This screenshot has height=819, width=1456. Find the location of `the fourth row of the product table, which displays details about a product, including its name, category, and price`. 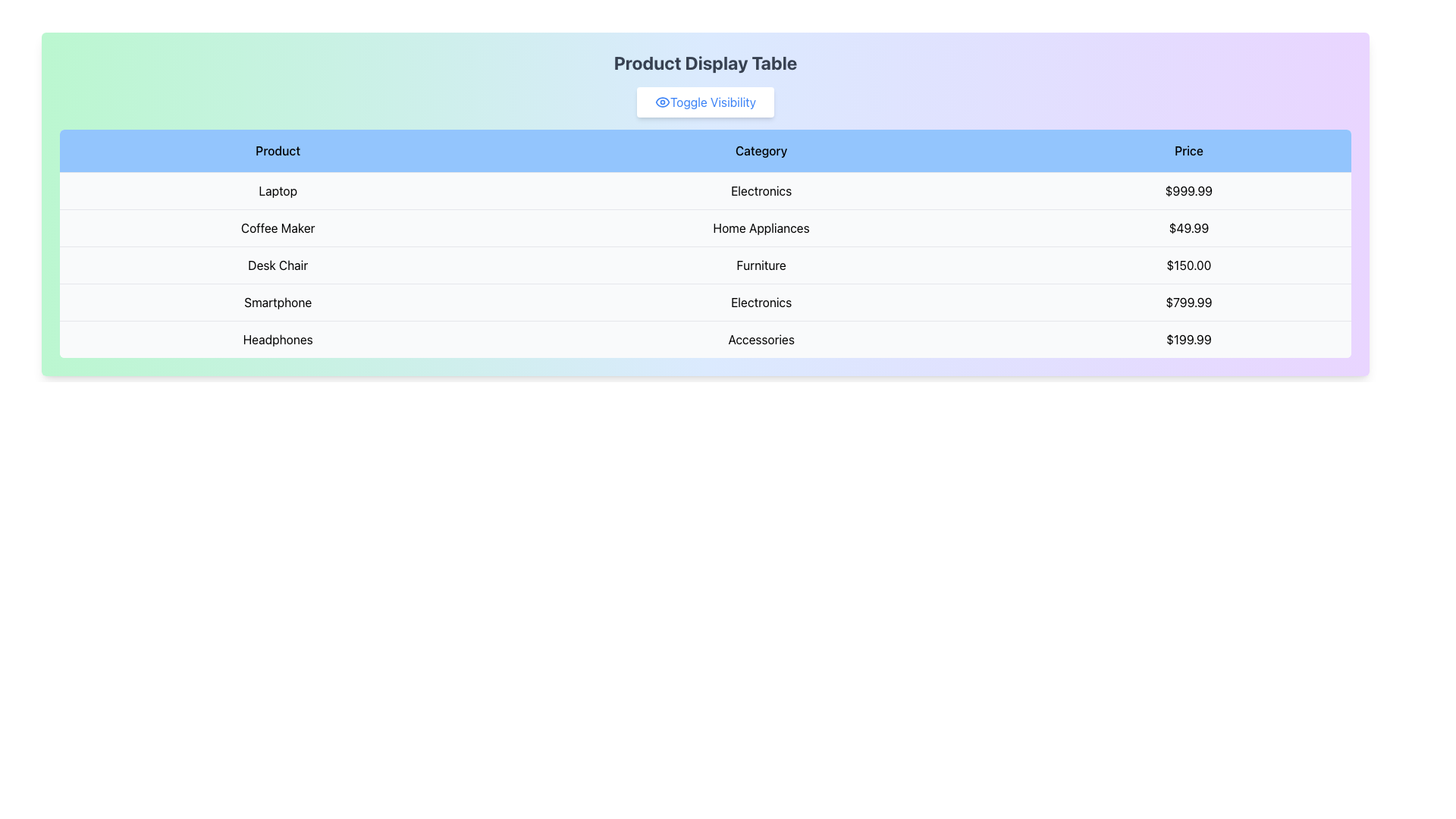

the fourth row of the product table, which displays details about a product, including its name, category, and price is located at coordinates (704, 302).